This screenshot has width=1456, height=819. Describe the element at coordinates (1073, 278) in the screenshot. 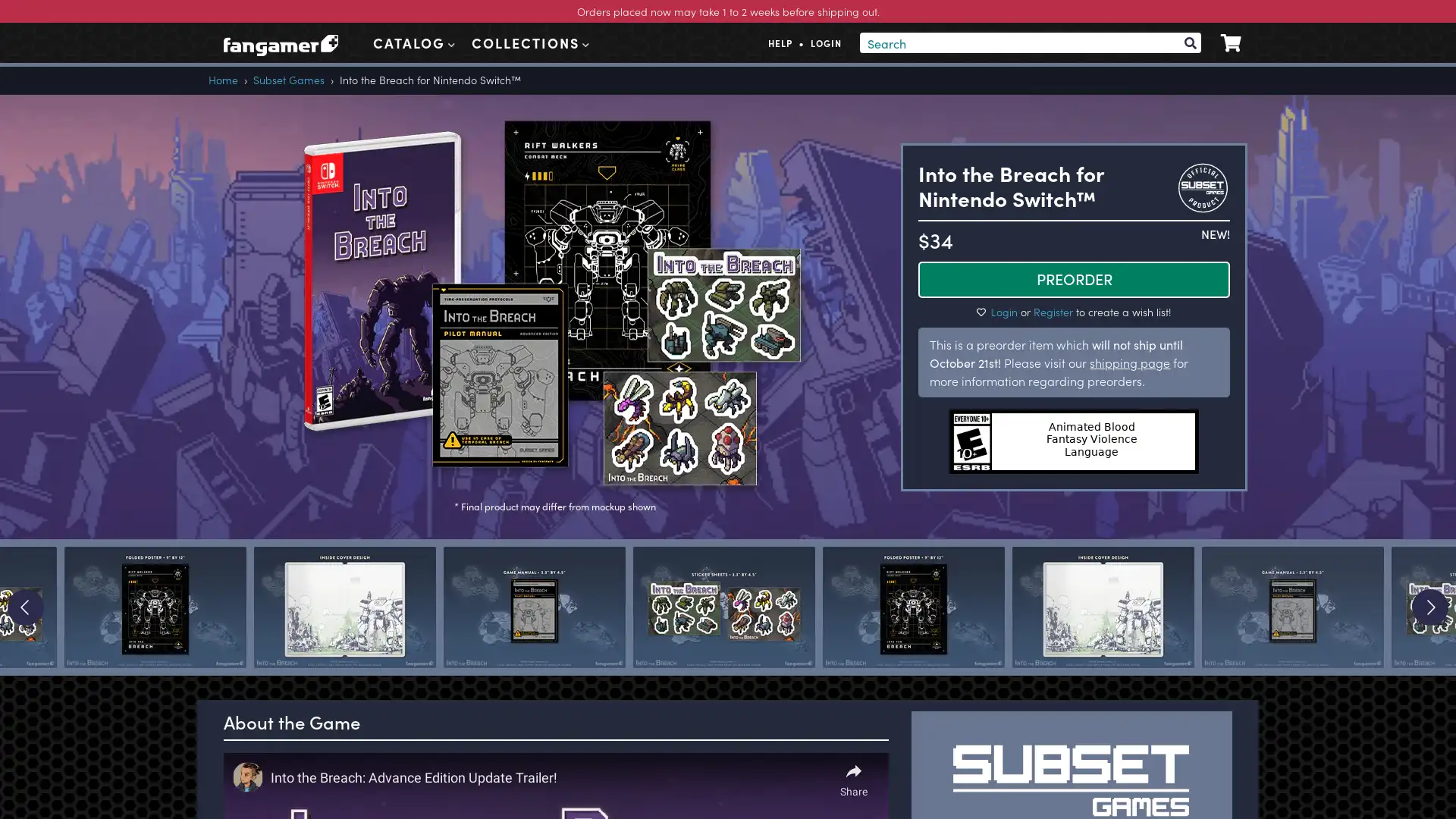

I see `Preorder` at that location.